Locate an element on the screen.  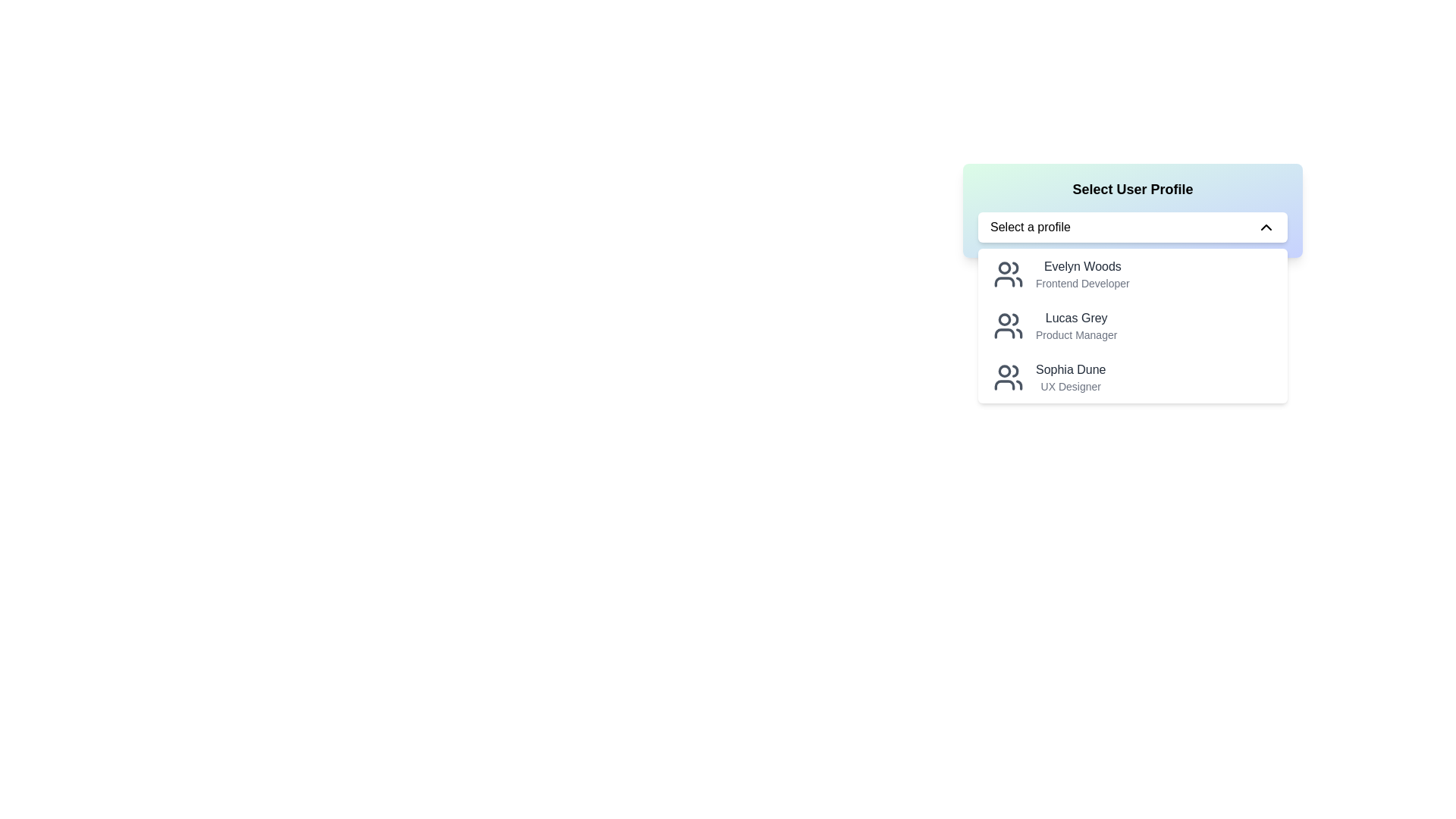
the text block entry for 'Sophia Dune' (UX Designer) in the dropdown menu labeled 'Select User Profile' is located at coordinates (1070, 376).